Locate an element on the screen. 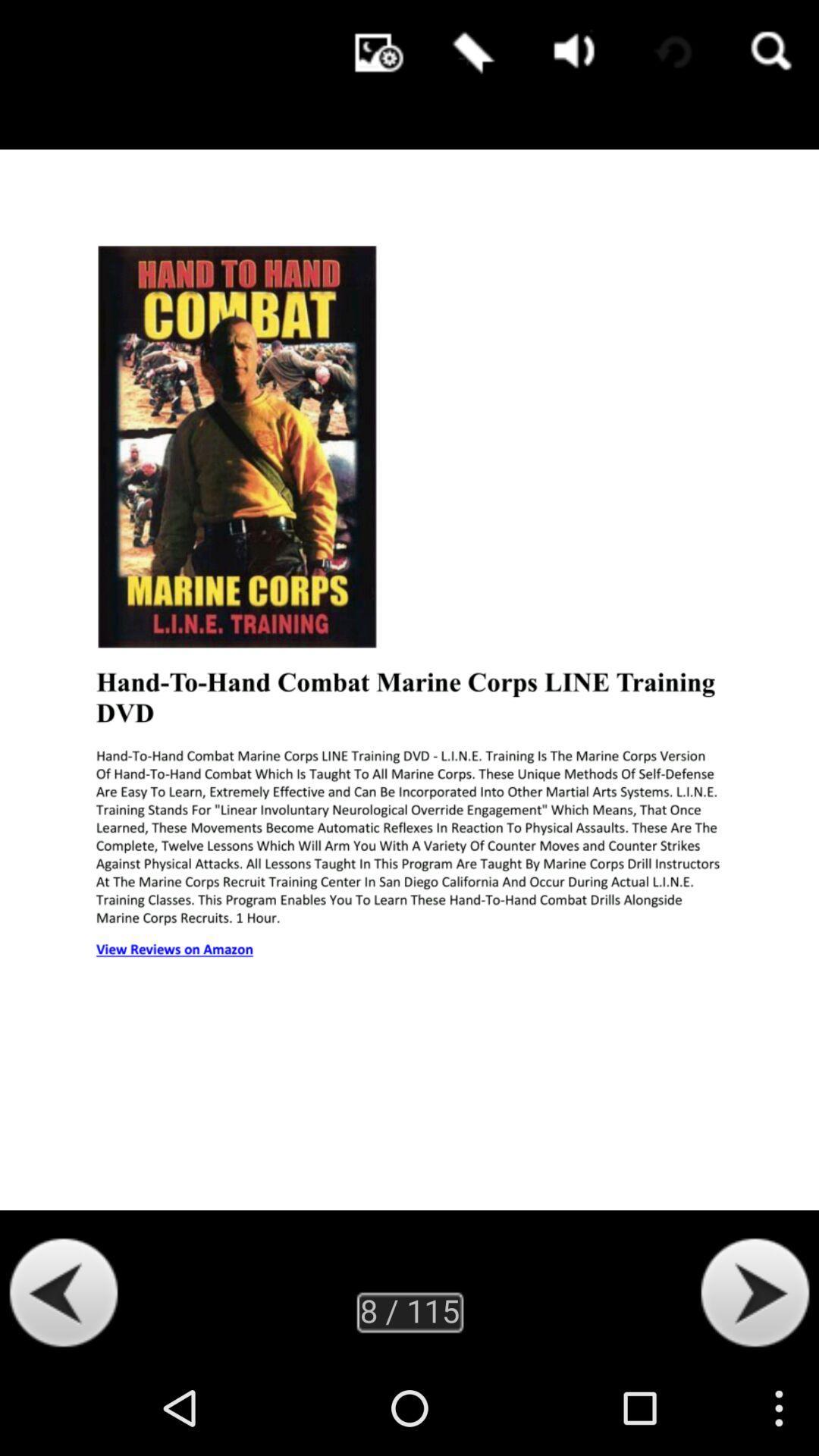  the bookmark icon is located at coordinates (469, 53).